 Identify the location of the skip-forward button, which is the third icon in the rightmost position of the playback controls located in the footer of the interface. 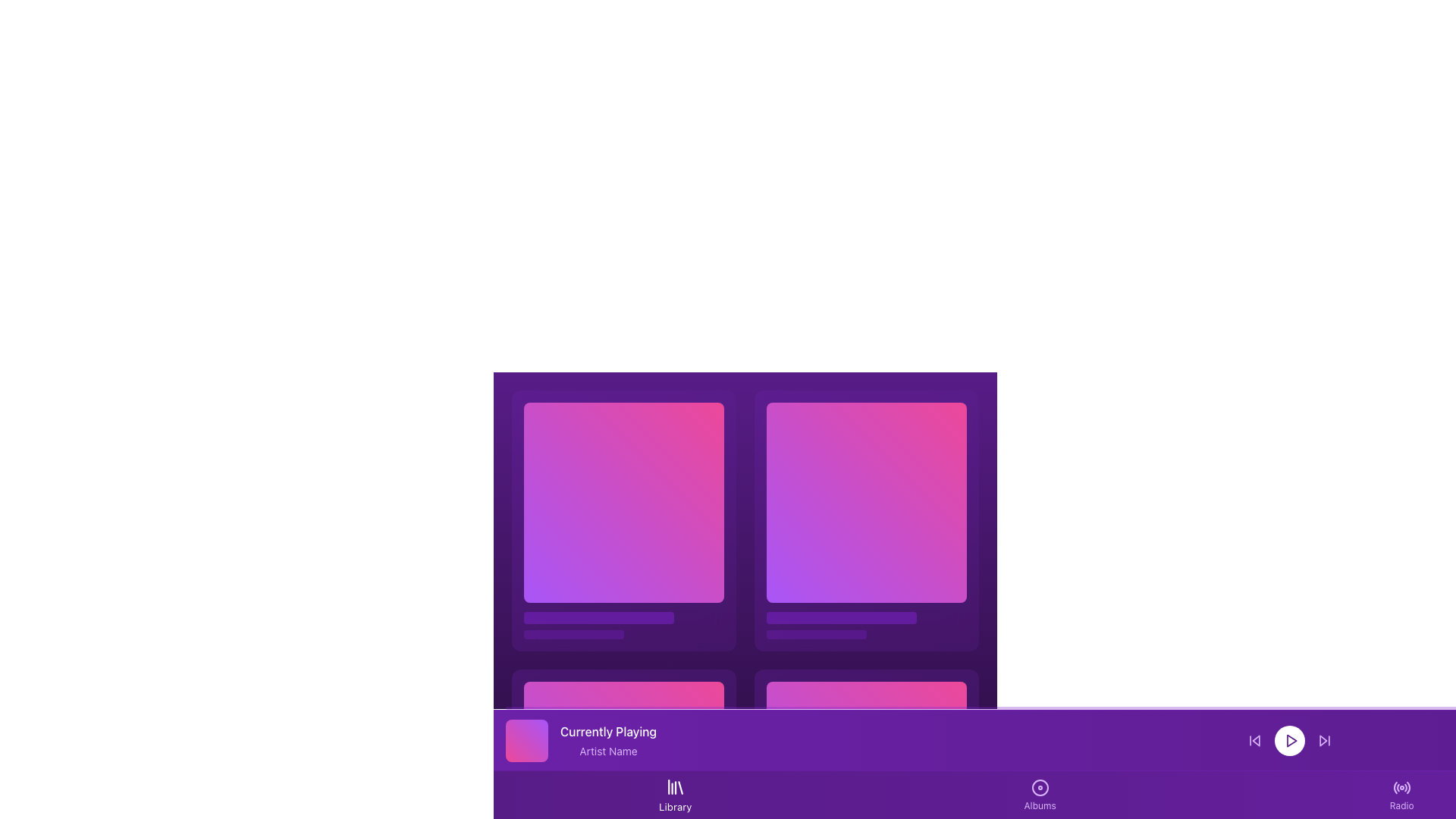
(1323, 739).